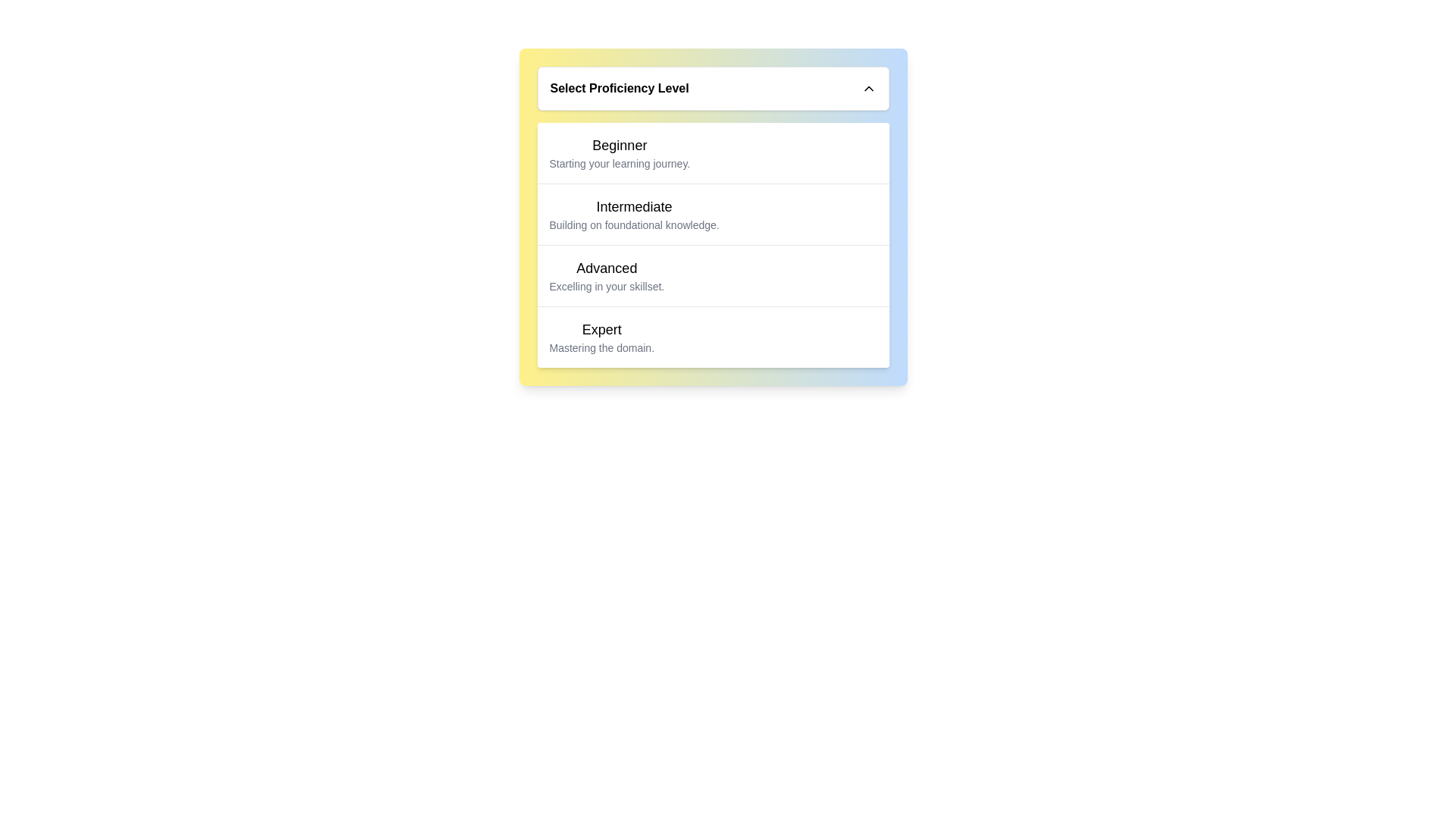  What do you see at coordinates (712, 214) in the screenshot?
I see `the second option in the 'Select Proficiency Level' dropdown menu, which indicates an intermediate proficiency level, located between 'Beginner' and 'Advanced'` at bounding box center [712, 214].